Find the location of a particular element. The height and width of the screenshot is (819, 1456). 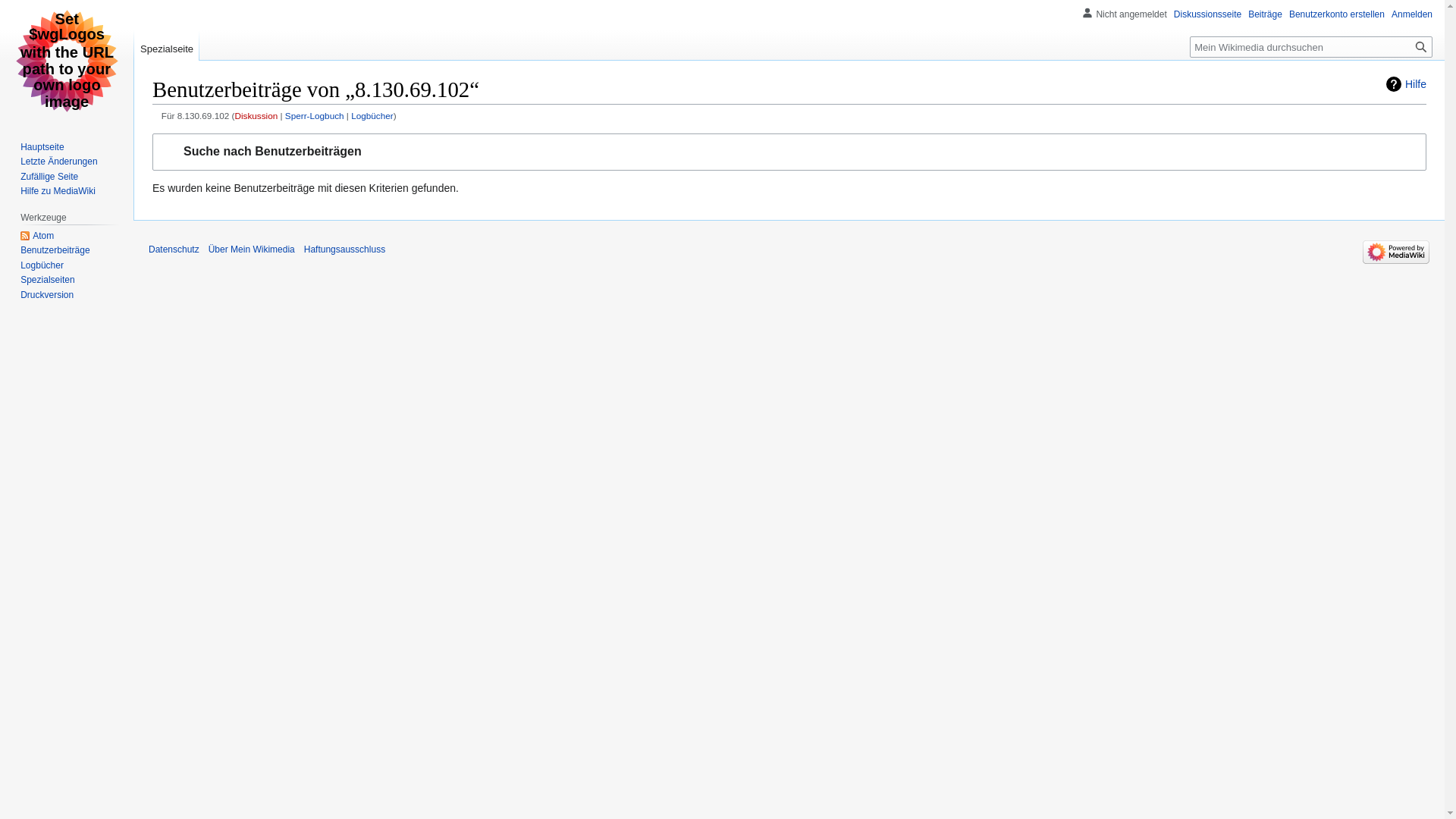

'Suche nach Seiten, die diesen Text enthalten' is located at coordinates (1420, 45).